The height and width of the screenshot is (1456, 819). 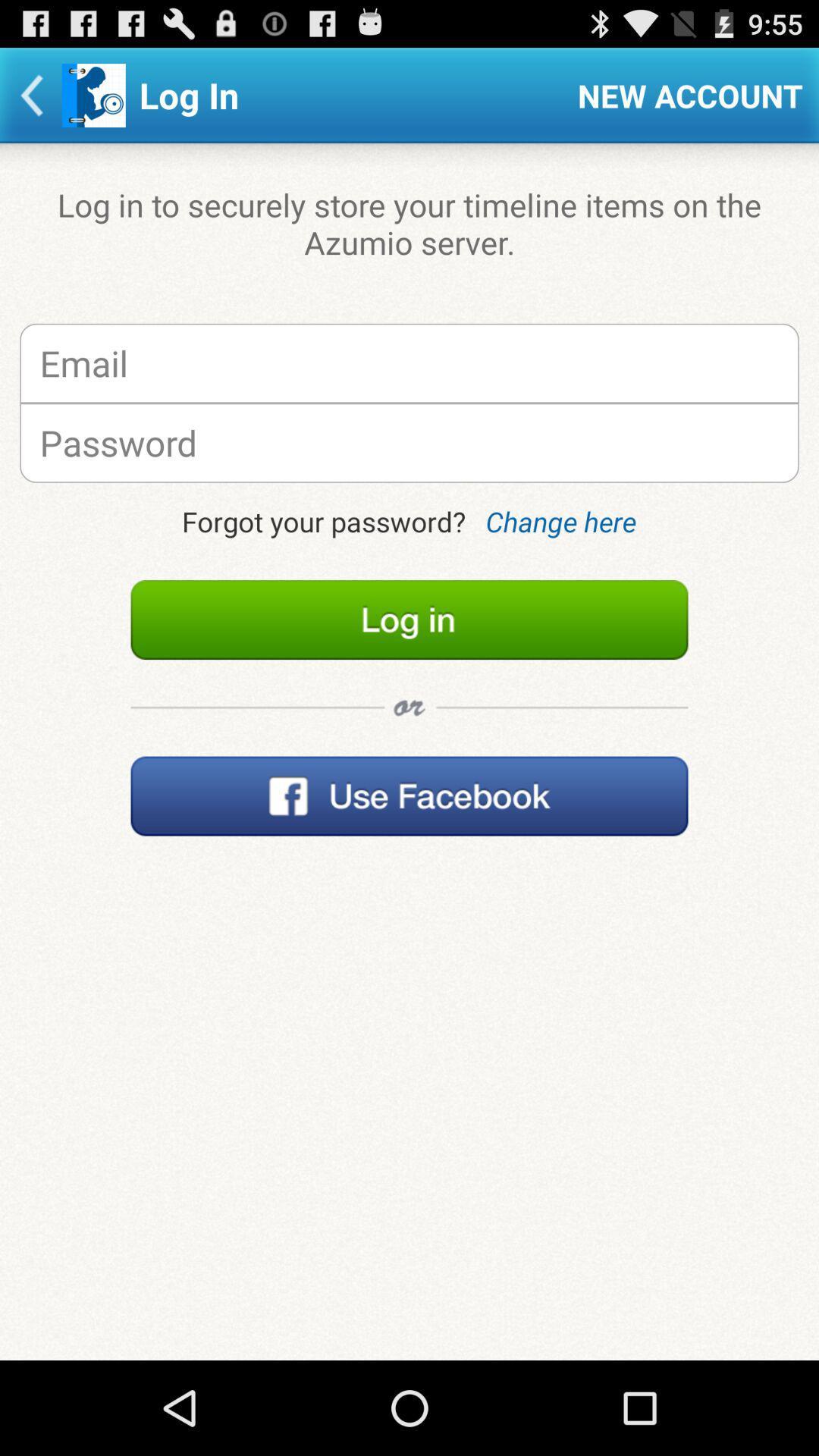 I want to click on the item above log in to icon, so click(x=690, y=94).